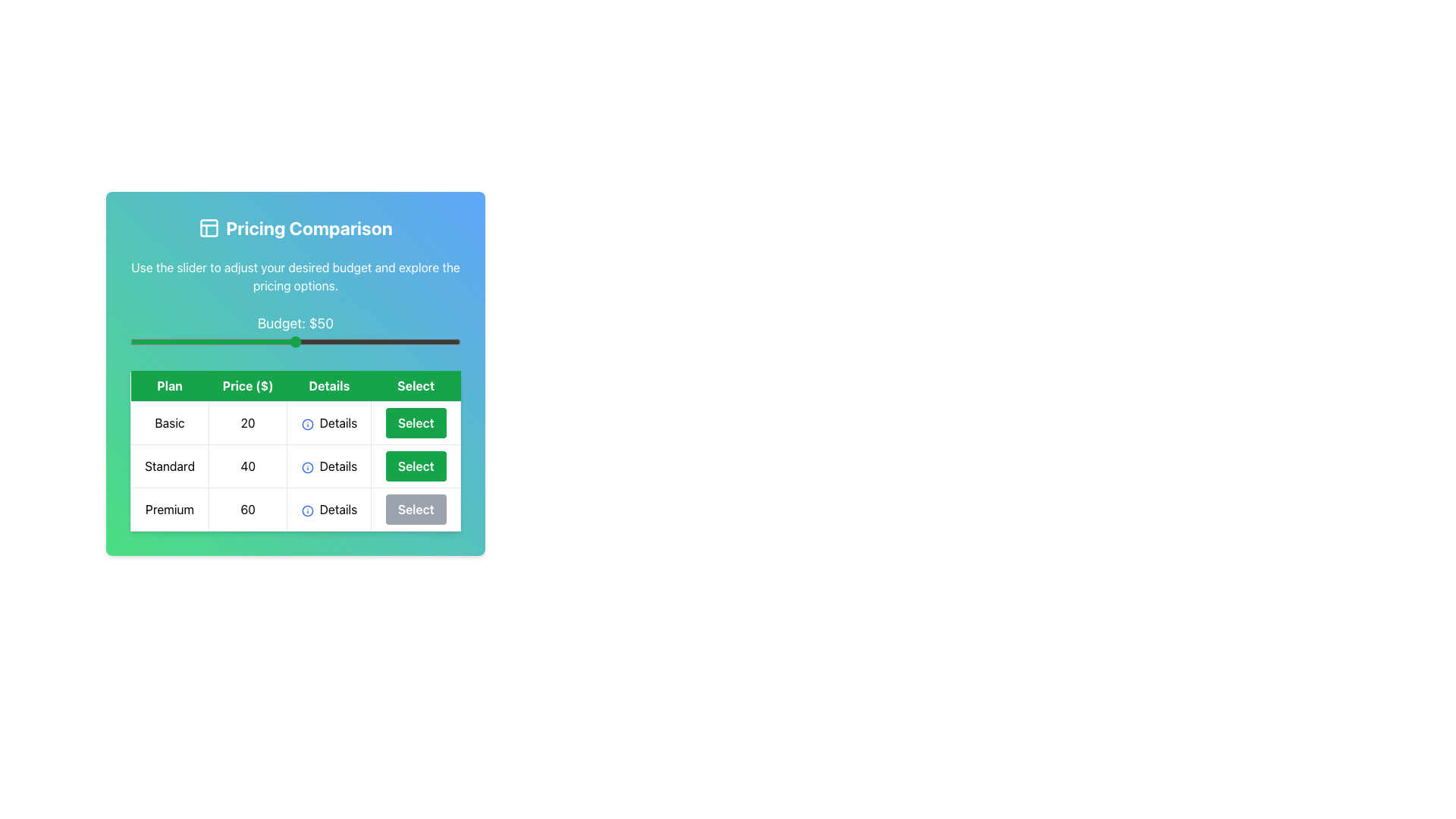 The width and height of the screenshot is (1456, 819). Describe the element at coordinates (347, 342) in the screenshot. I see `the budget` at that location.